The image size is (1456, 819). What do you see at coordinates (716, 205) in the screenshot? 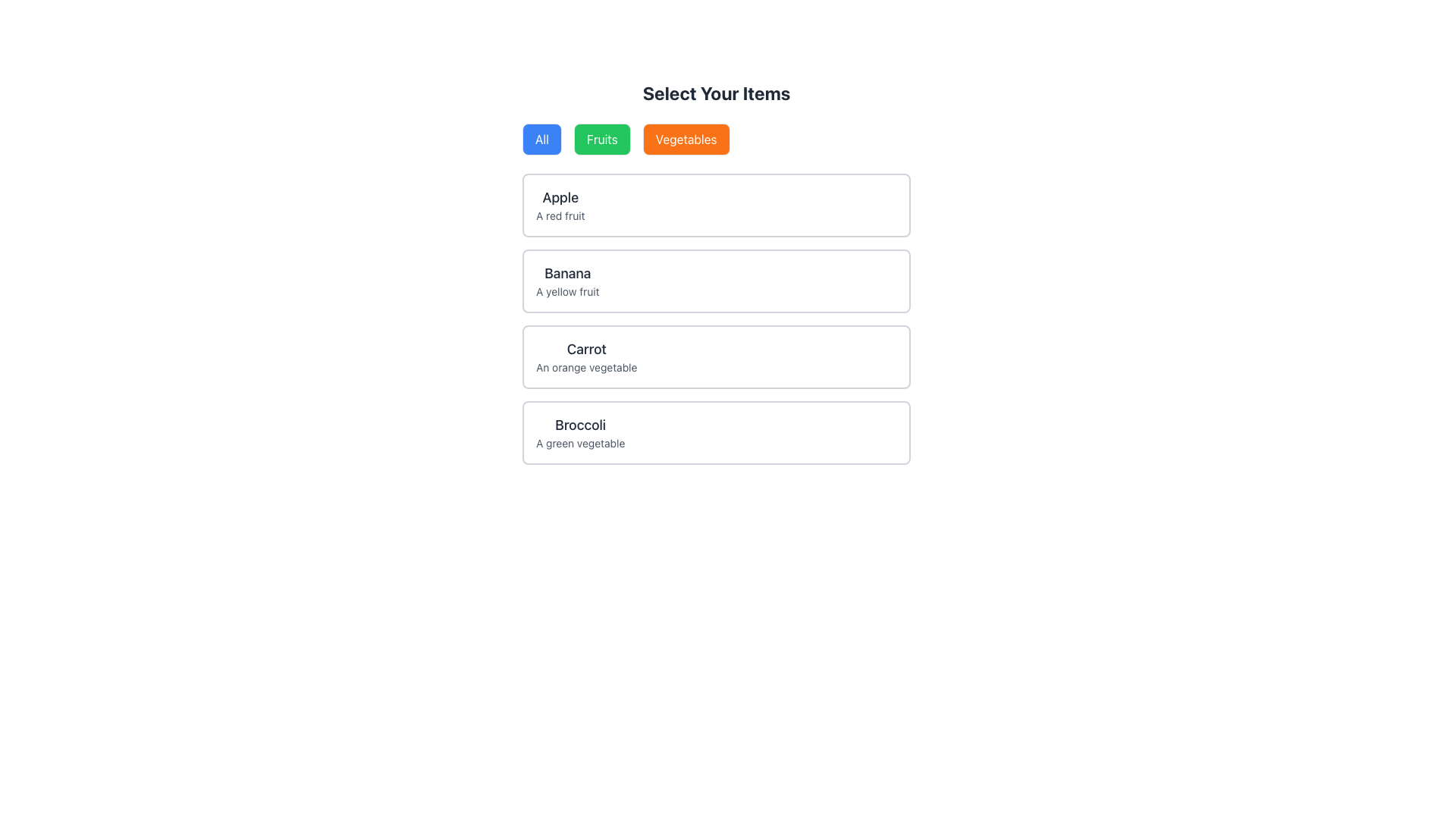
I see `the first item card in the list representing 'Apple'` at bounding box center [716, 205].